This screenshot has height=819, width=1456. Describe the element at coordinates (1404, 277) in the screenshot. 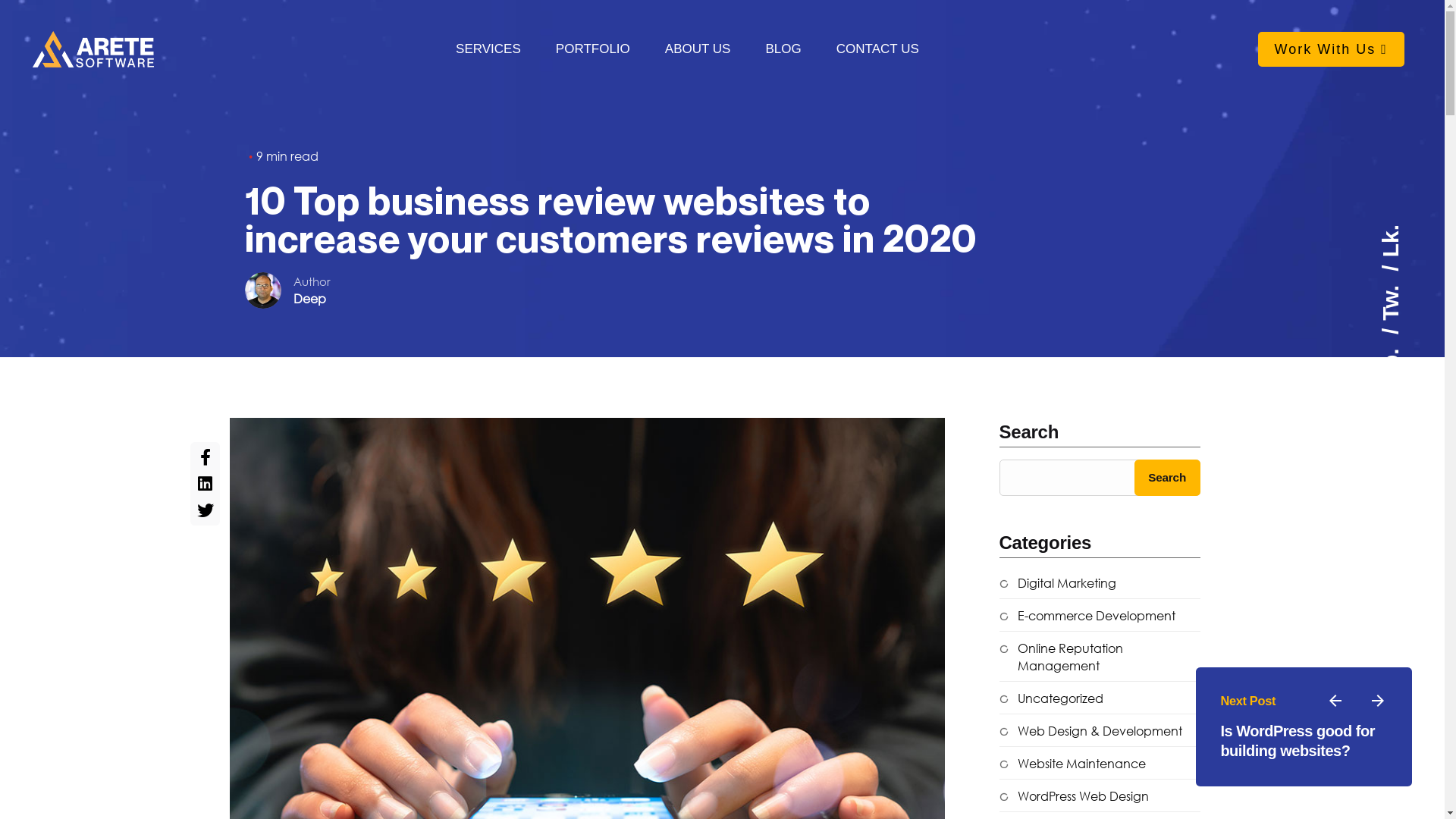

I see `'Tw.'` at that location.